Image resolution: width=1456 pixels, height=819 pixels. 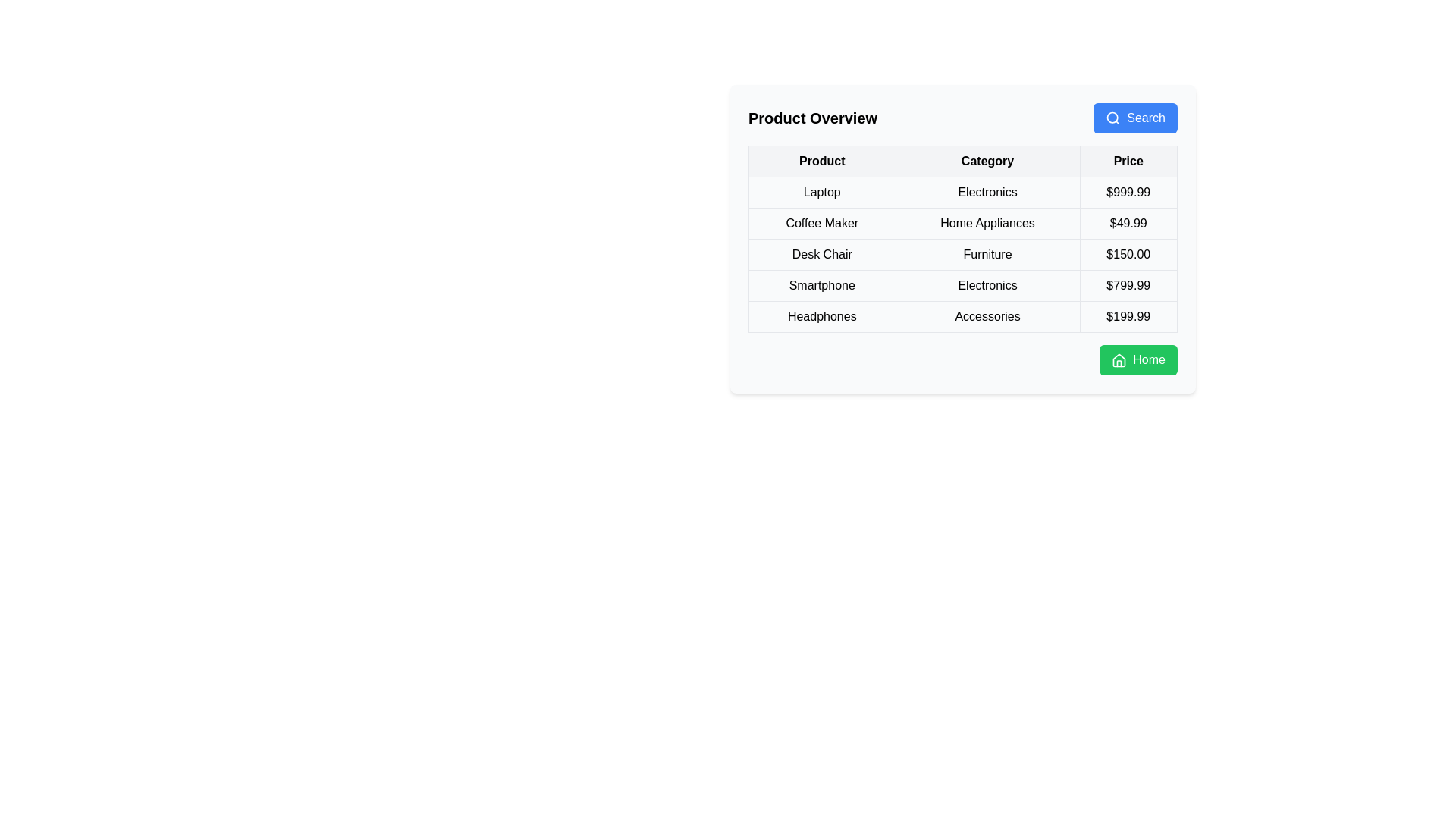 What do you see at coordinates (962, 253) in the screenshot?
I see `on the third row of the table that presents the product details for 'Desk Chair', including its category 'Furniture' and price '$150.00', in order` at bounding box center [962, 253].